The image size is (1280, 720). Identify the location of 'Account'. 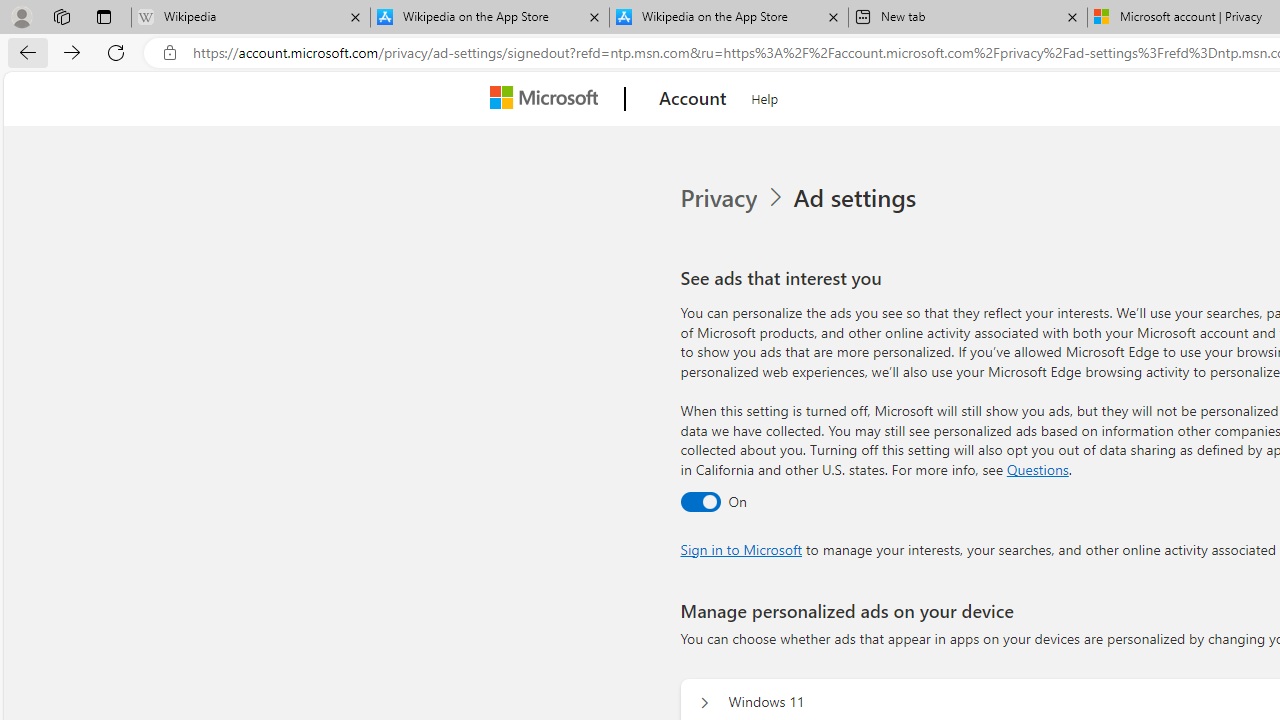
(693, 99).